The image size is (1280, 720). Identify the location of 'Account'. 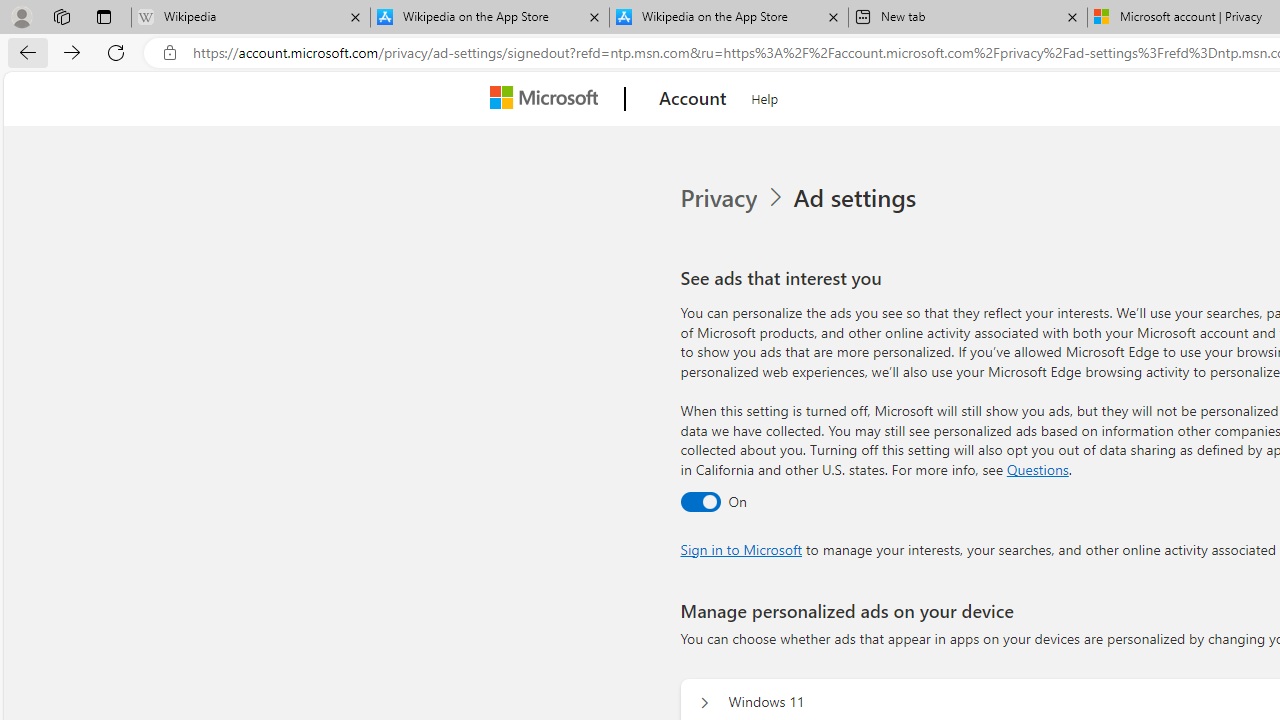
(693, 99).